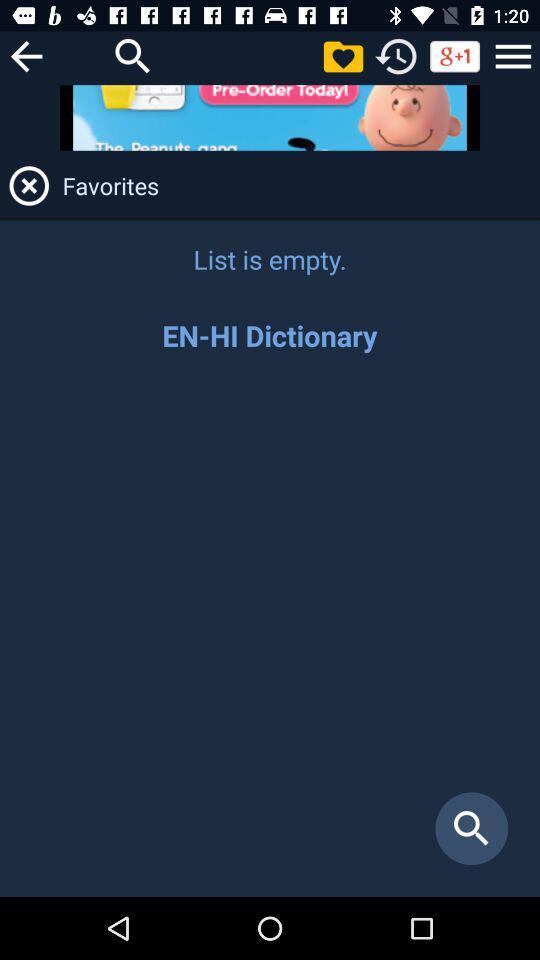  I want to click on the arrow_backward icon, so click(25, 55).